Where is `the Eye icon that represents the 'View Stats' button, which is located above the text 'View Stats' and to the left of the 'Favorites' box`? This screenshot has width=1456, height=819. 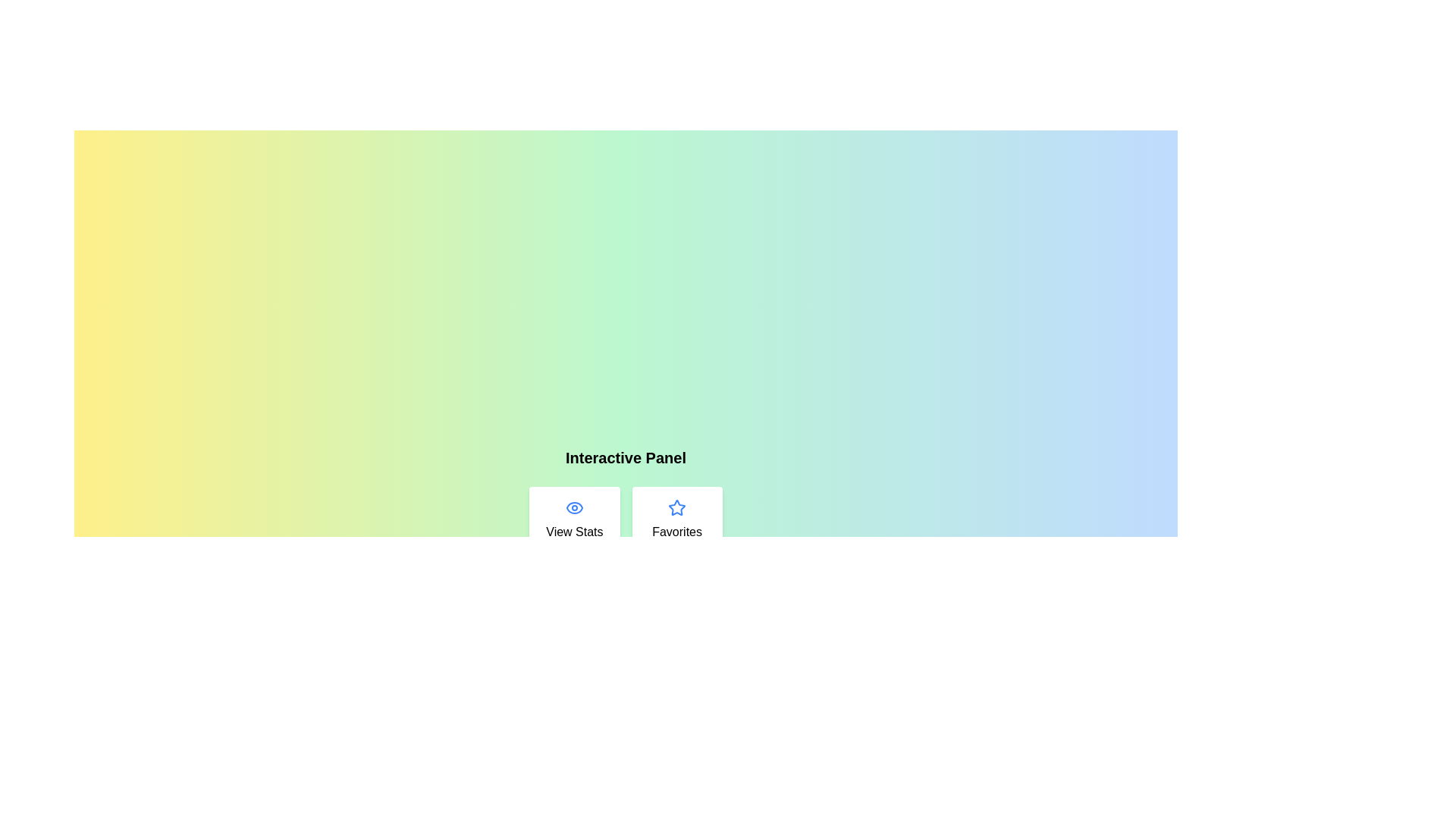
the Eye icon that represents the 'View Stats' button, which is located above the text 'View Stats' and to the left of the 'Favorites' box is located at coordinates (573, 508).